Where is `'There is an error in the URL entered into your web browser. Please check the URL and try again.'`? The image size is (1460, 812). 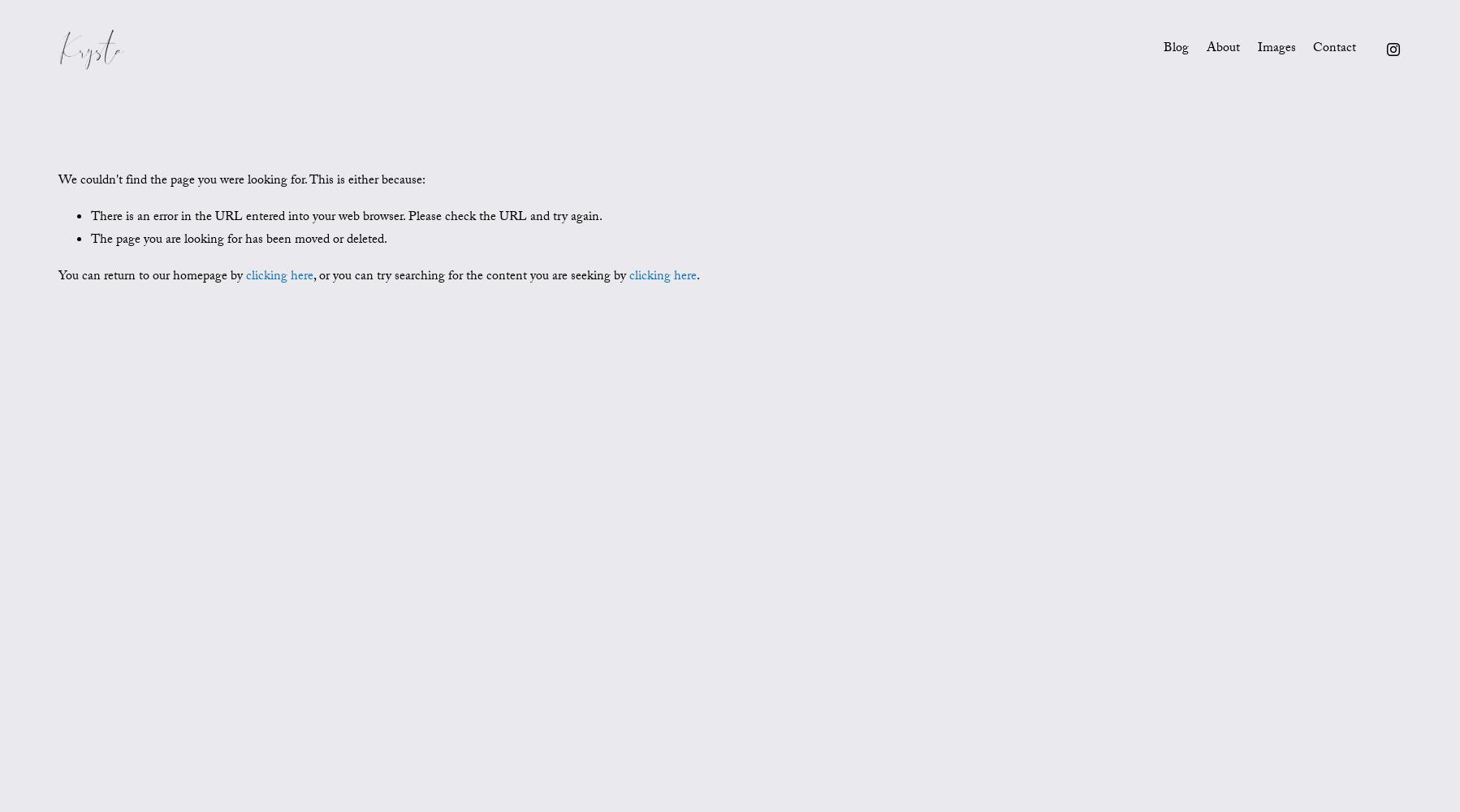 'There is an error in the URL entered into your web browser. Please check the URL and try again.' is located at coordinates (344, 217).